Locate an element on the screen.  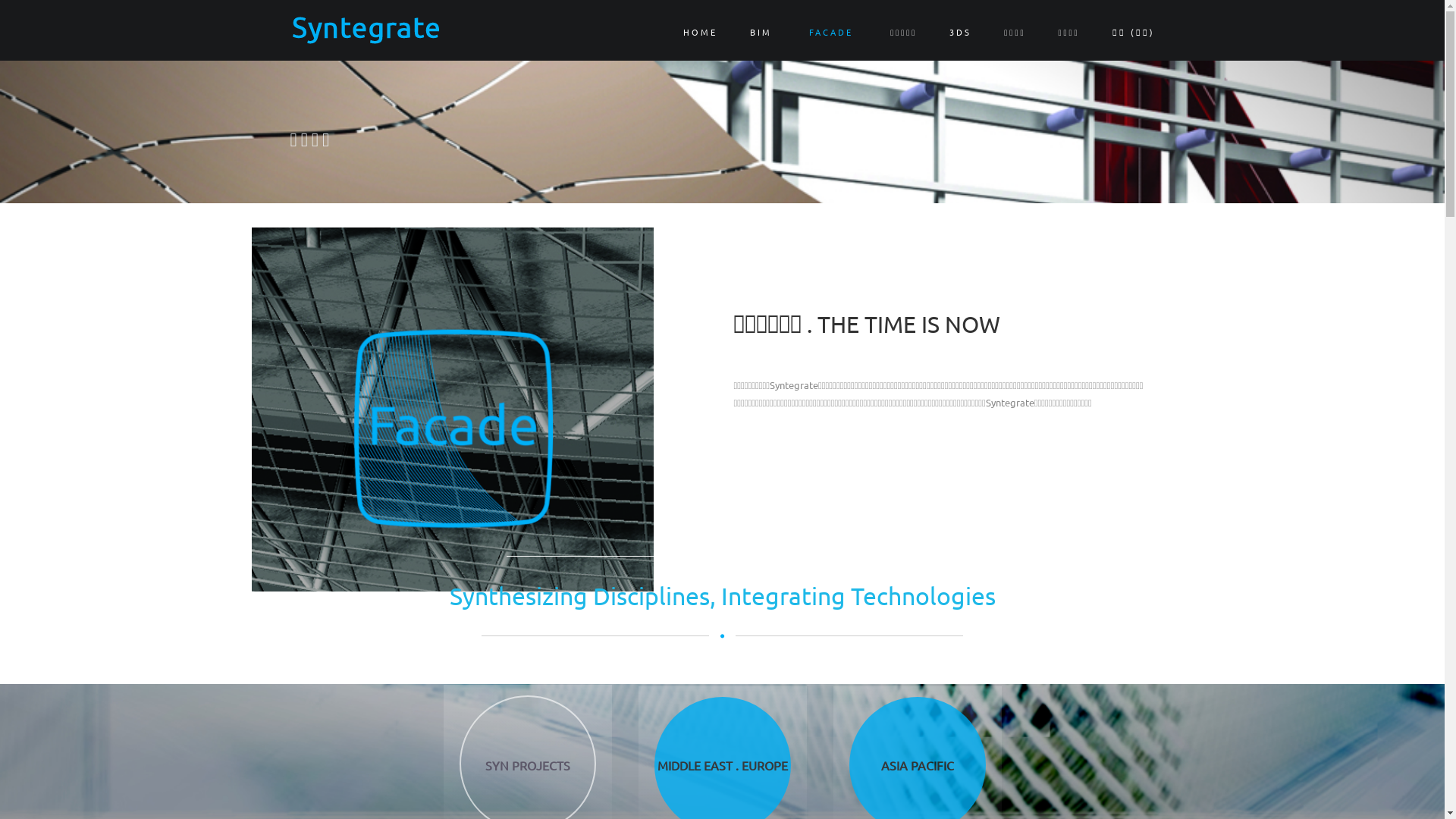
'3DS' is located at coordinates (960, 34).